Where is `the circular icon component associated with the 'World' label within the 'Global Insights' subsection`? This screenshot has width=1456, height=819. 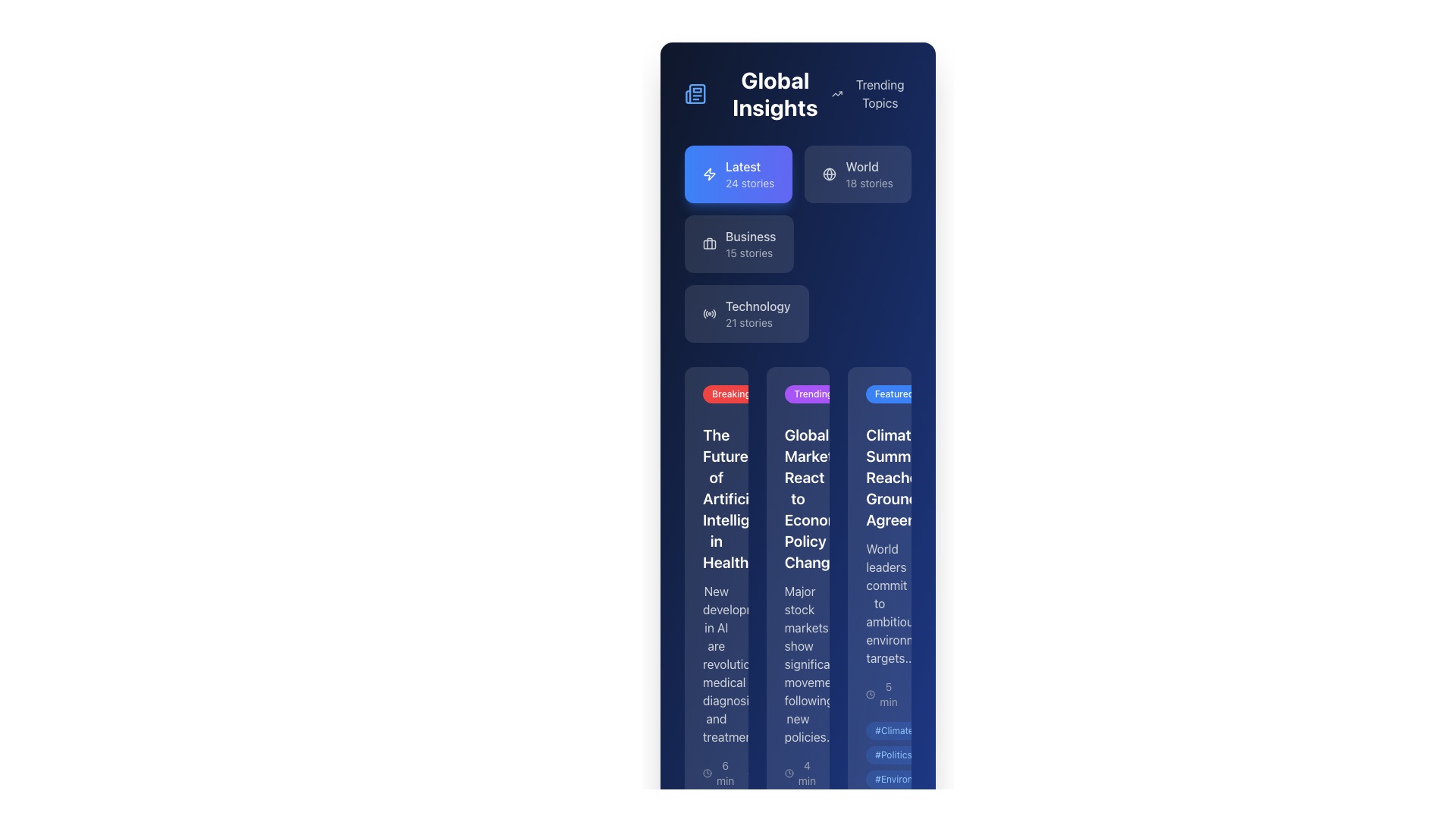 the circular icon component associated with the 'World' label within the 'Global Insights' subsection is located at coordinates (829, 174).